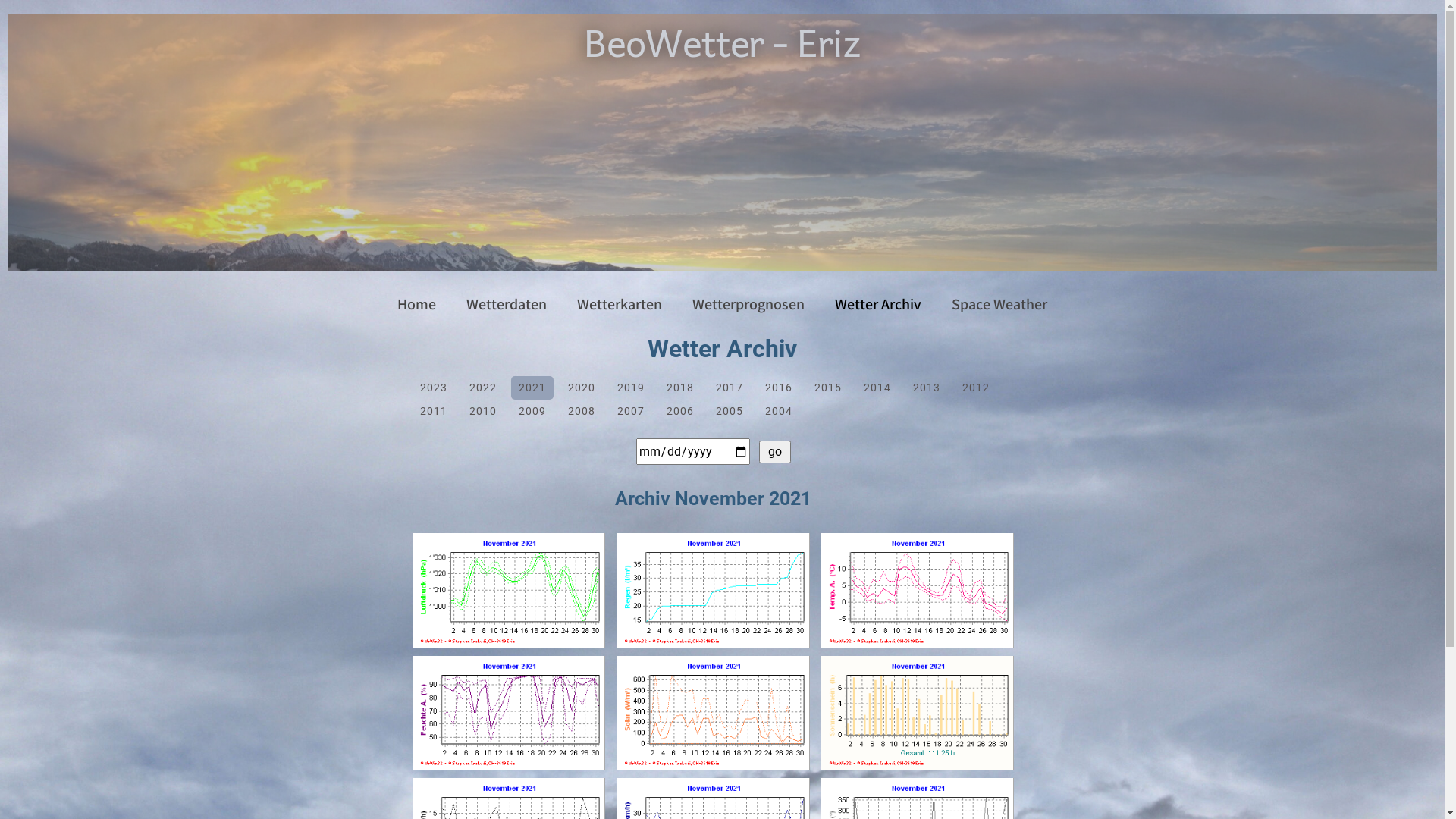  What do you see at coordinates (953, 387) in the screenshot?
I see `'2012'` at bounding box center [953, 387].